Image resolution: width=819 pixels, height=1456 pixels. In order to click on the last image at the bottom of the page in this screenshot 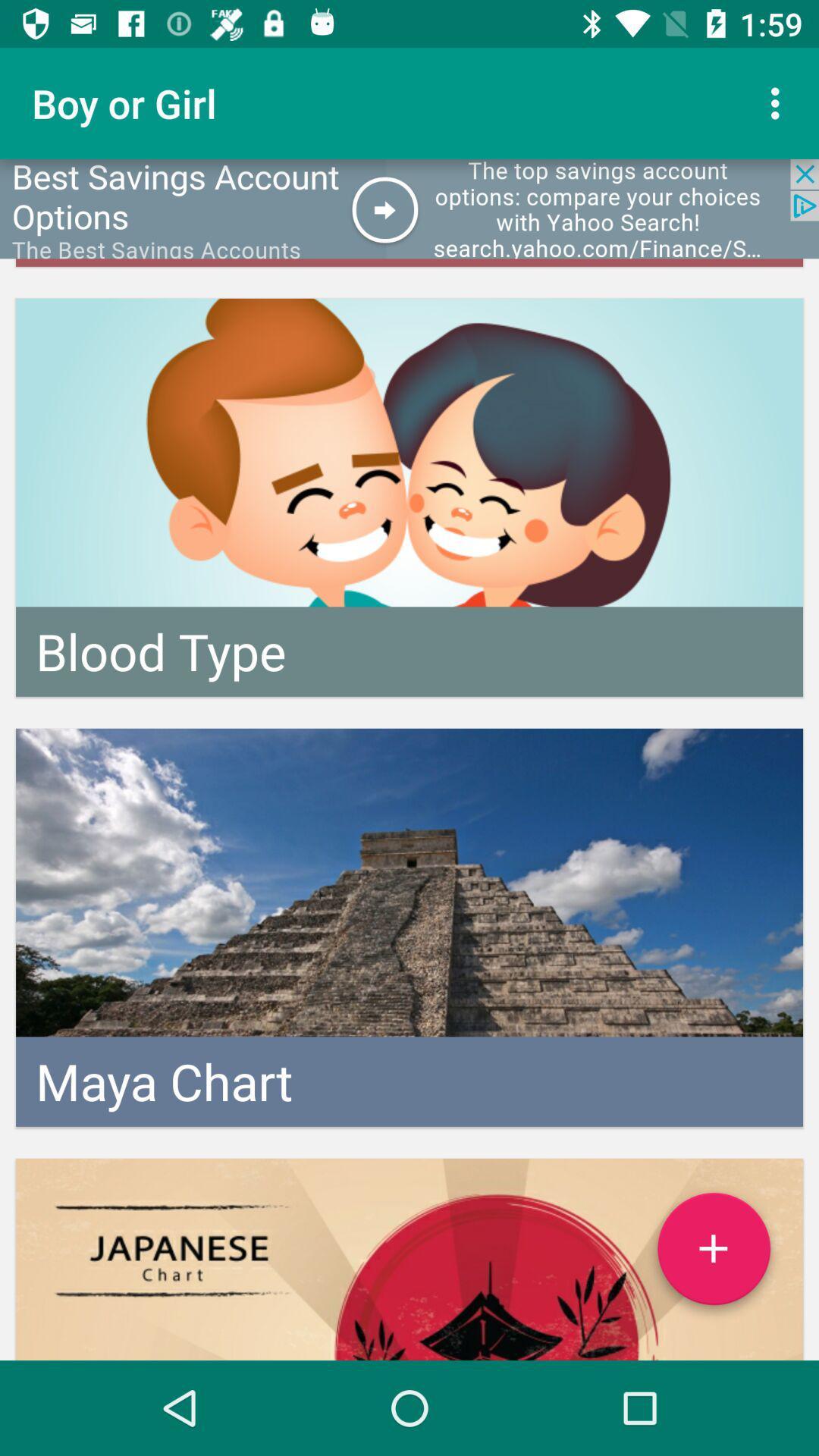, I will do `click(409, 1259)`.